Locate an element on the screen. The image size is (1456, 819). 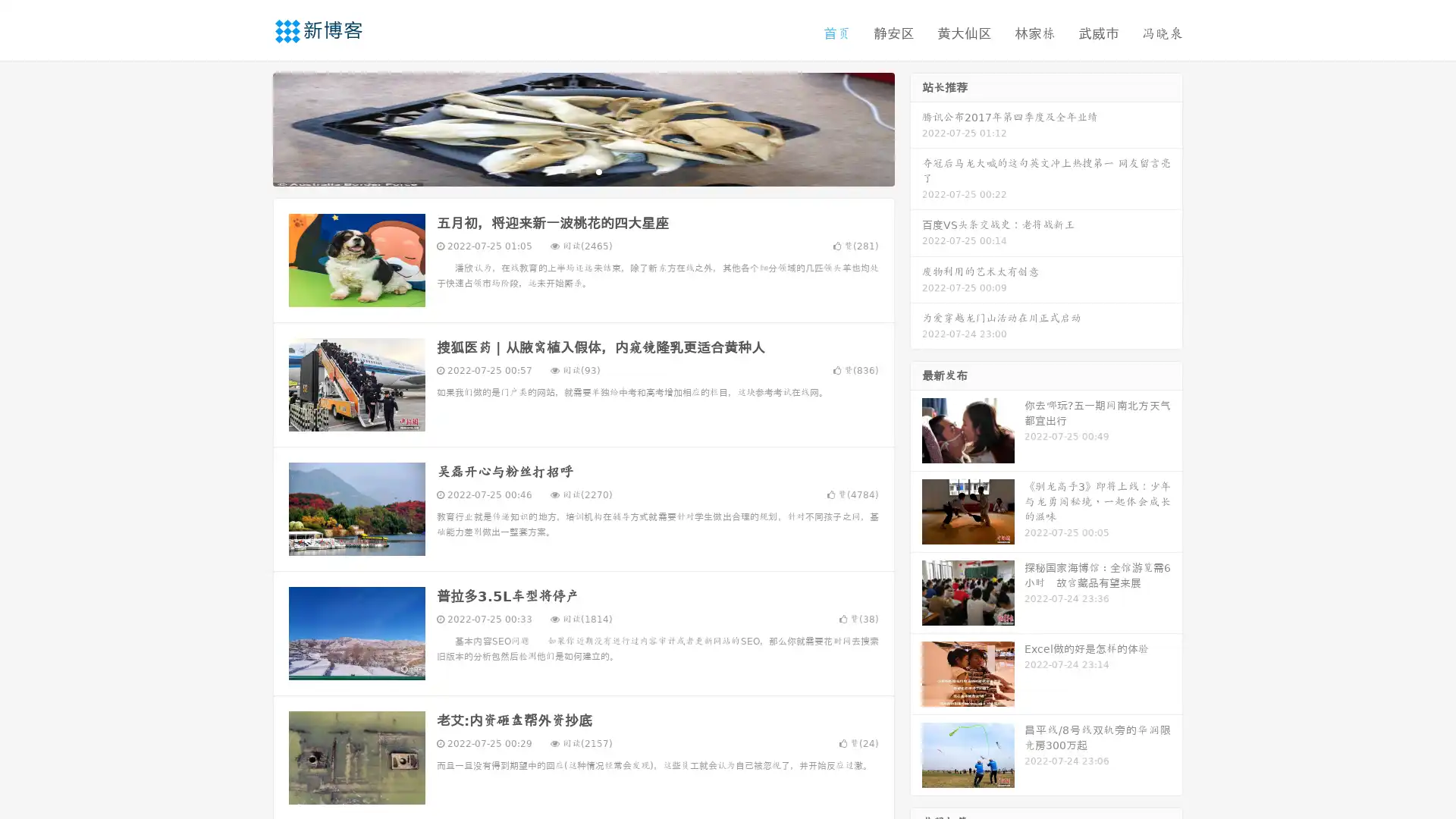
Next slide is located at coordinates (916, 127).